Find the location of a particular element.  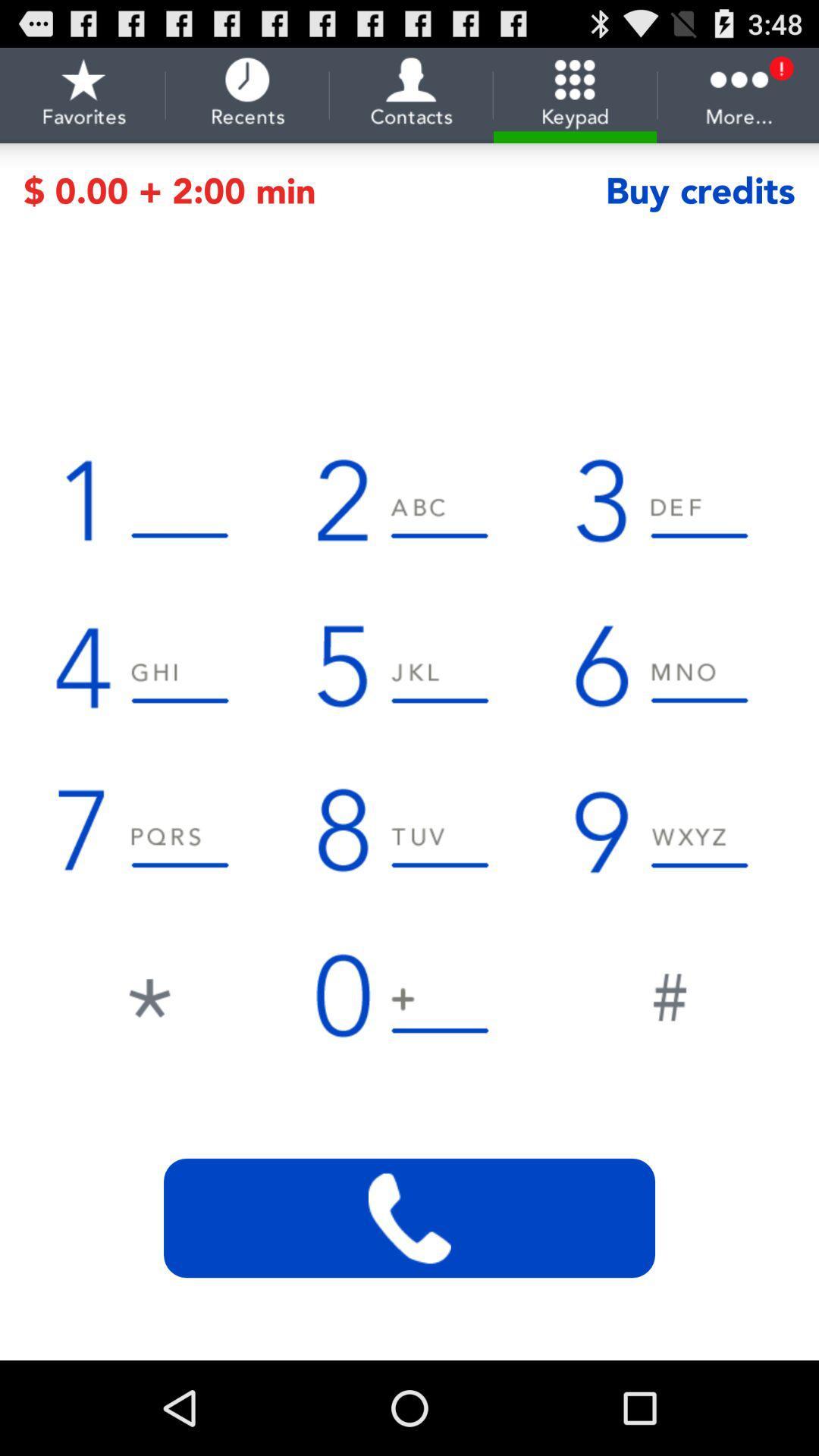

the icon next to the 0 00 2 item is located at coordinates (700, 190).